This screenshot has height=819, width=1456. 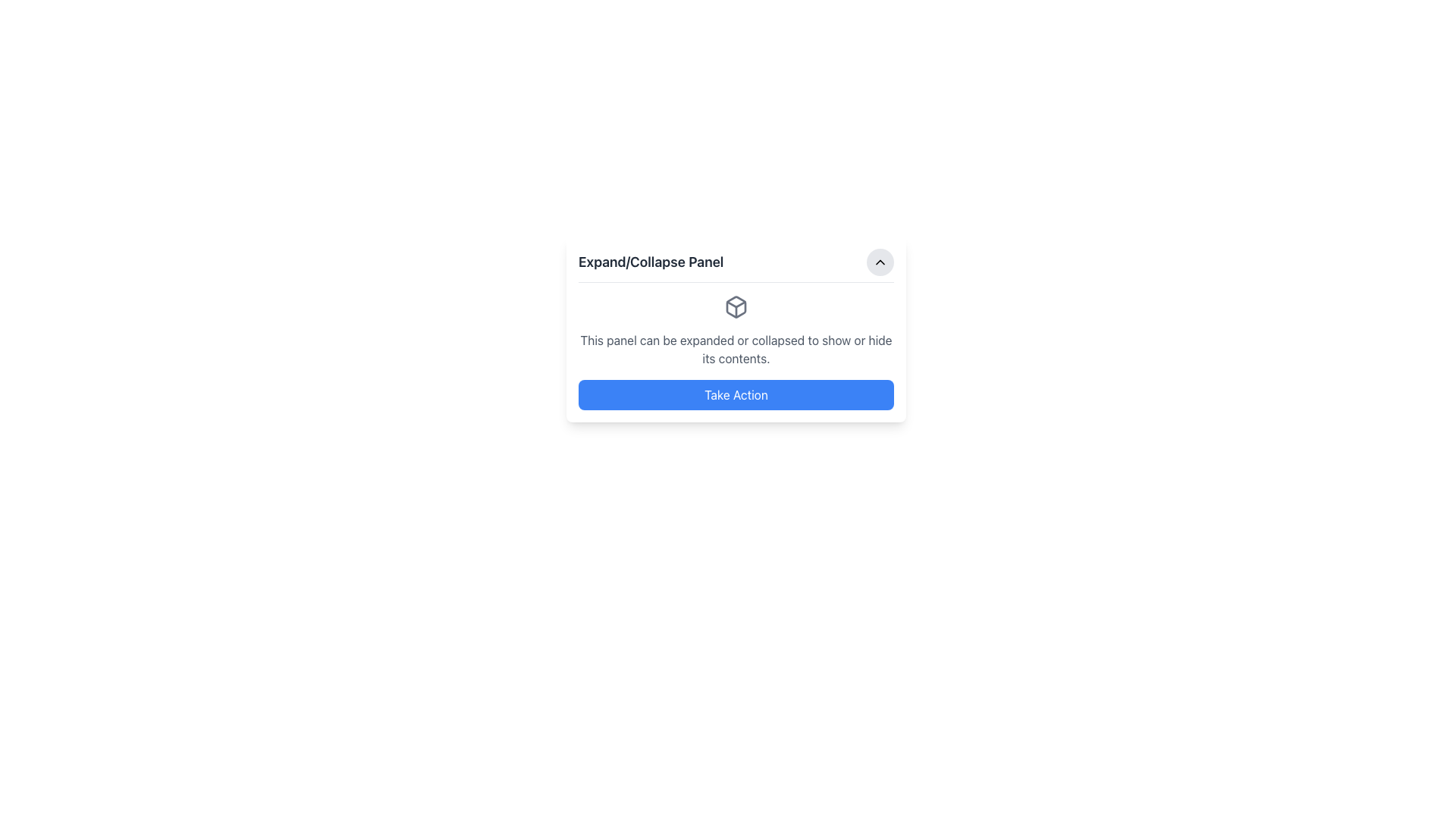 What do you see at coordinates (736, 394) in the screenshot?
I see `the button located at the bottom of the panel to trigger hover effects` at bounding box center [736, 394].